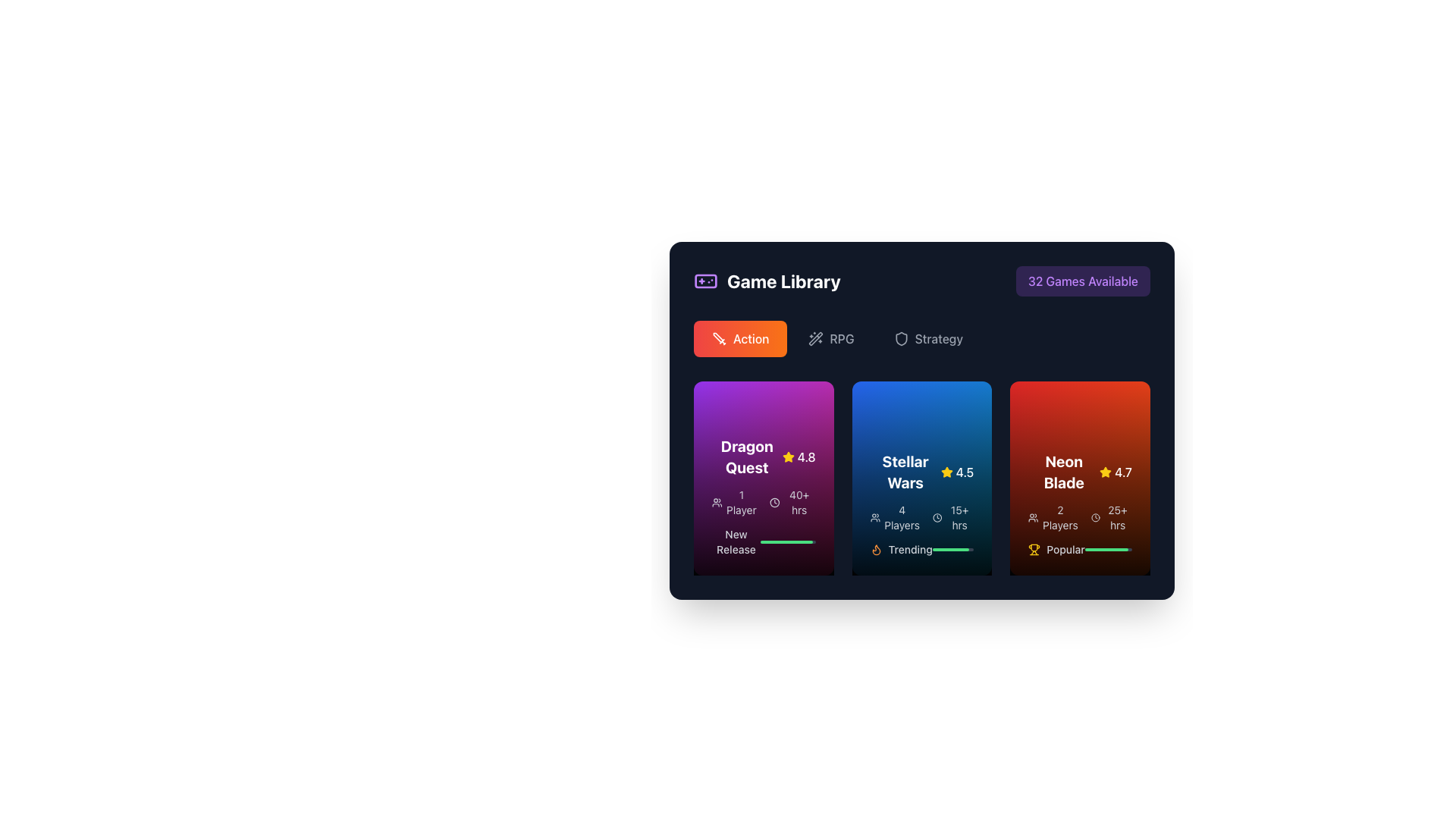 Image resolution: width=1456 pixels, height=819 pixels. I want to click on the 'Dragon Quest' card component, so click(764, 479).